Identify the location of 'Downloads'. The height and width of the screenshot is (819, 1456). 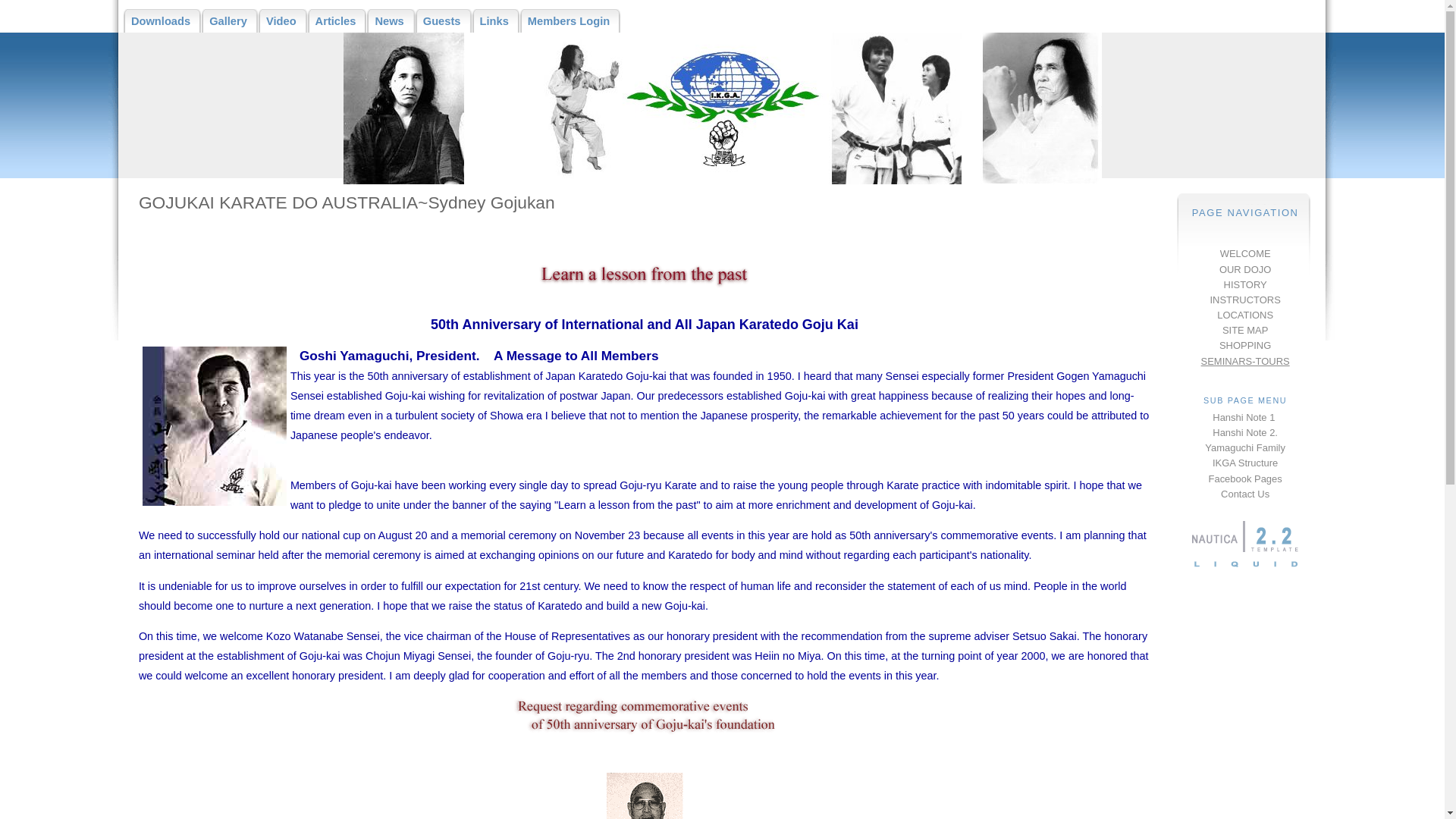
(162, 20).